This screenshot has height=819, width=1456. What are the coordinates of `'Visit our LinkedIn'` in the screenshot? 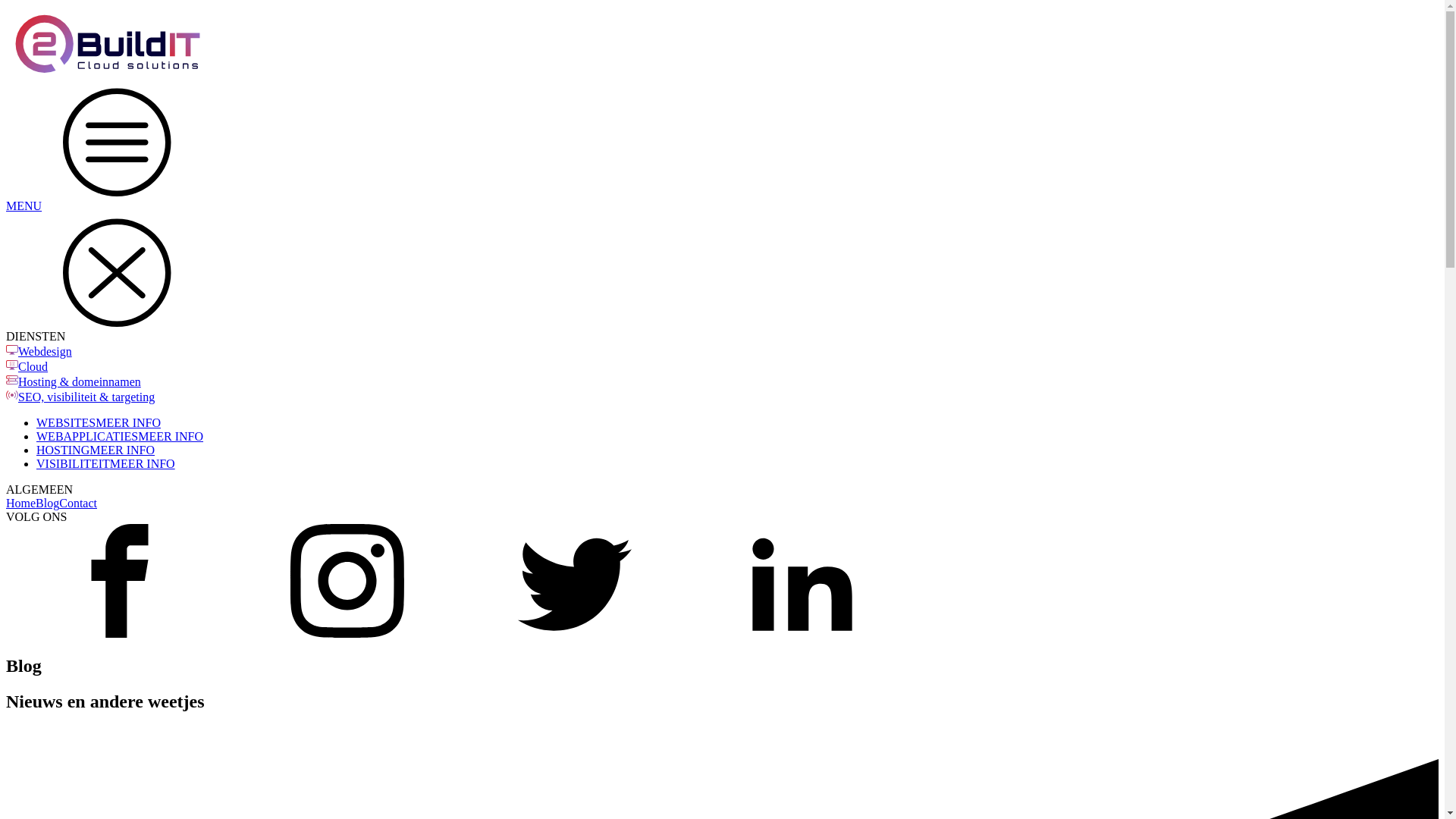 It's located at (801, 633).